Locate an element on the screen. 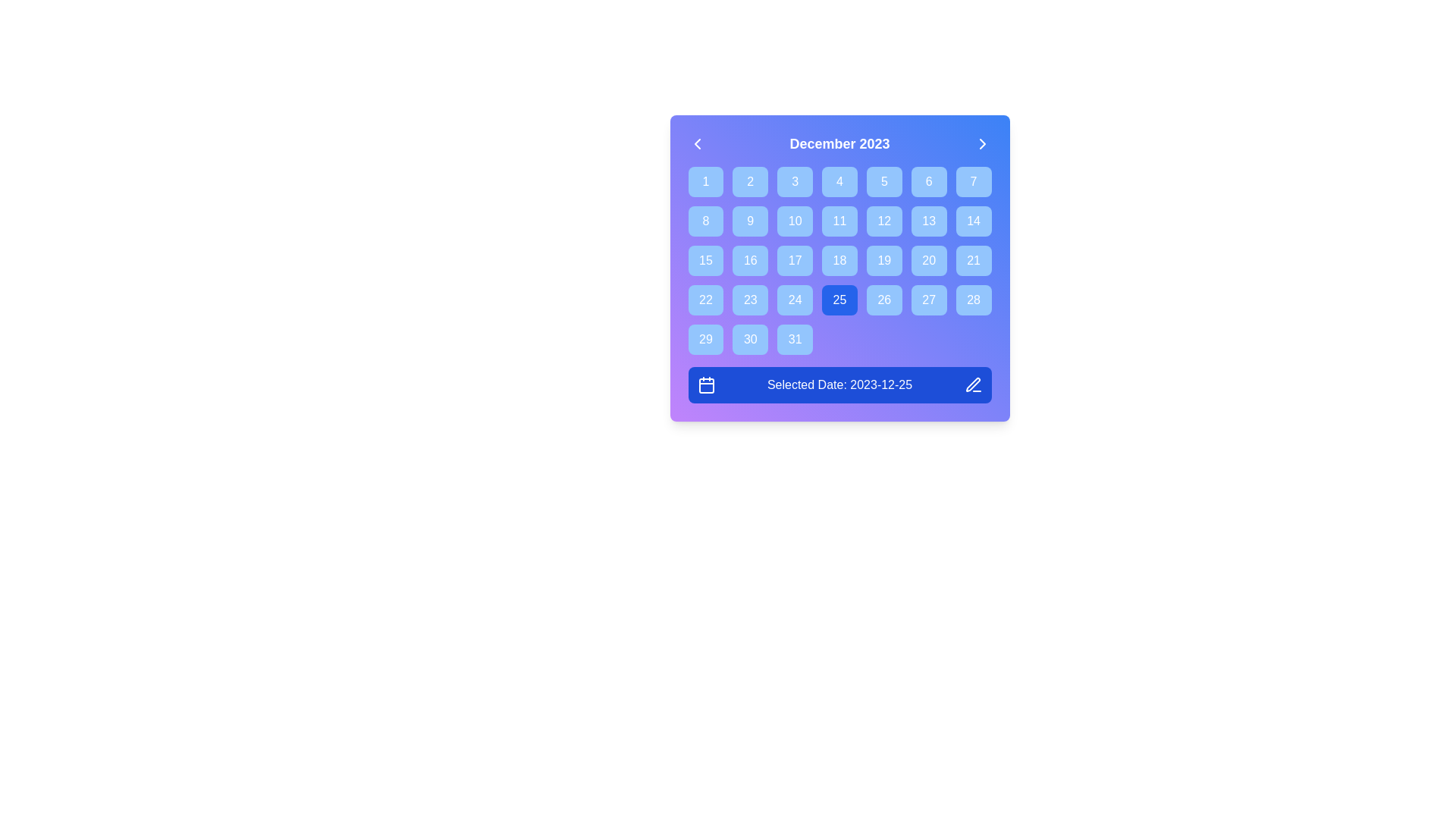 This screenshot has height=819, width=1456. the rounded rectangular blue button with the white number '29' centered within it is located at coordinates (705, 338).